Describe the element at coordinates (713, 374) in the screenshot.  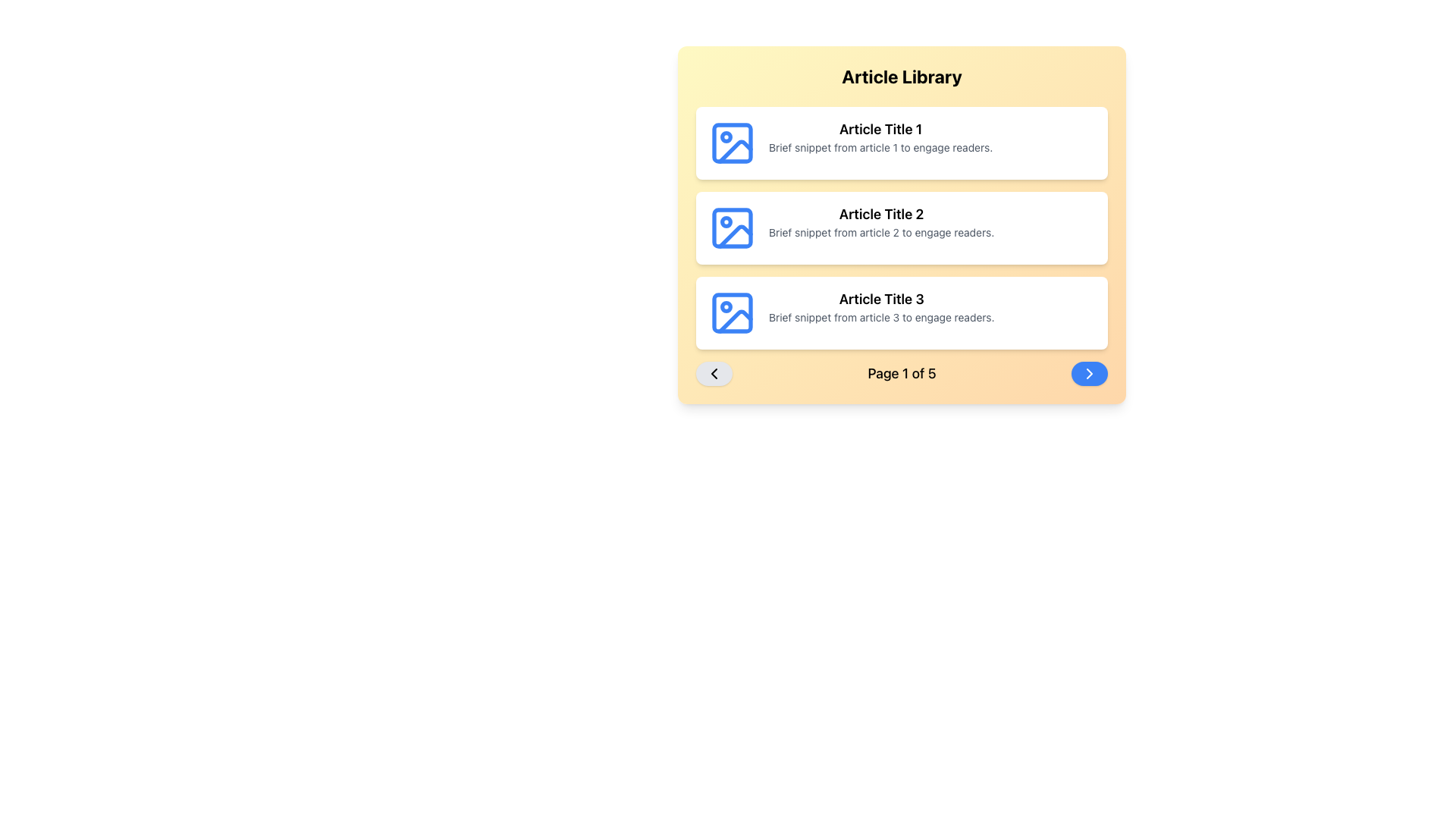
I see `the small, left-facing chevron arrow icon located to the left of the bottom navigation panel, which is part of a pagination or navigation interface` at that location.